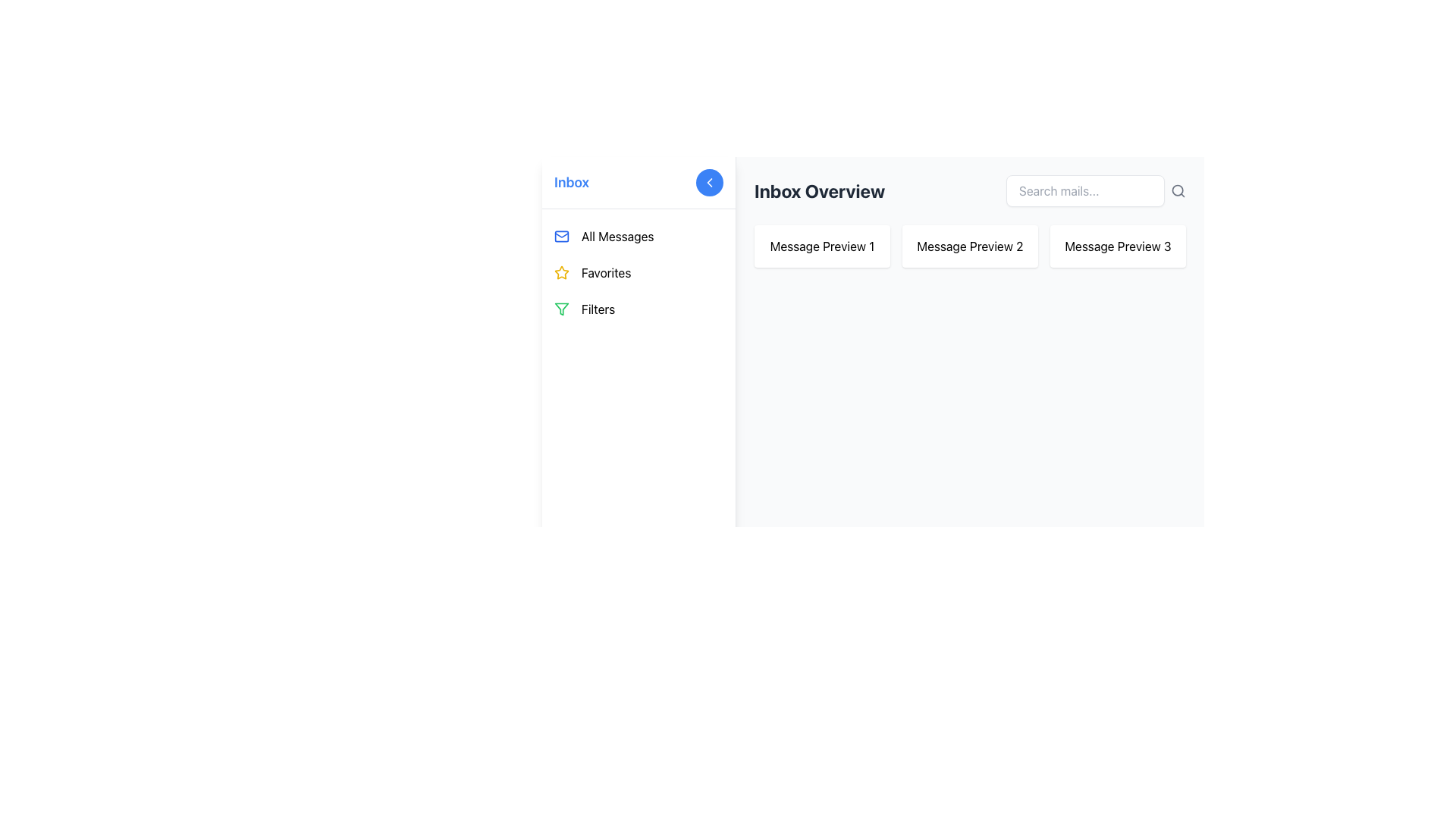  I want to click on the middle button-like card in the 'Inbox Overview' section, so click(969, 245).